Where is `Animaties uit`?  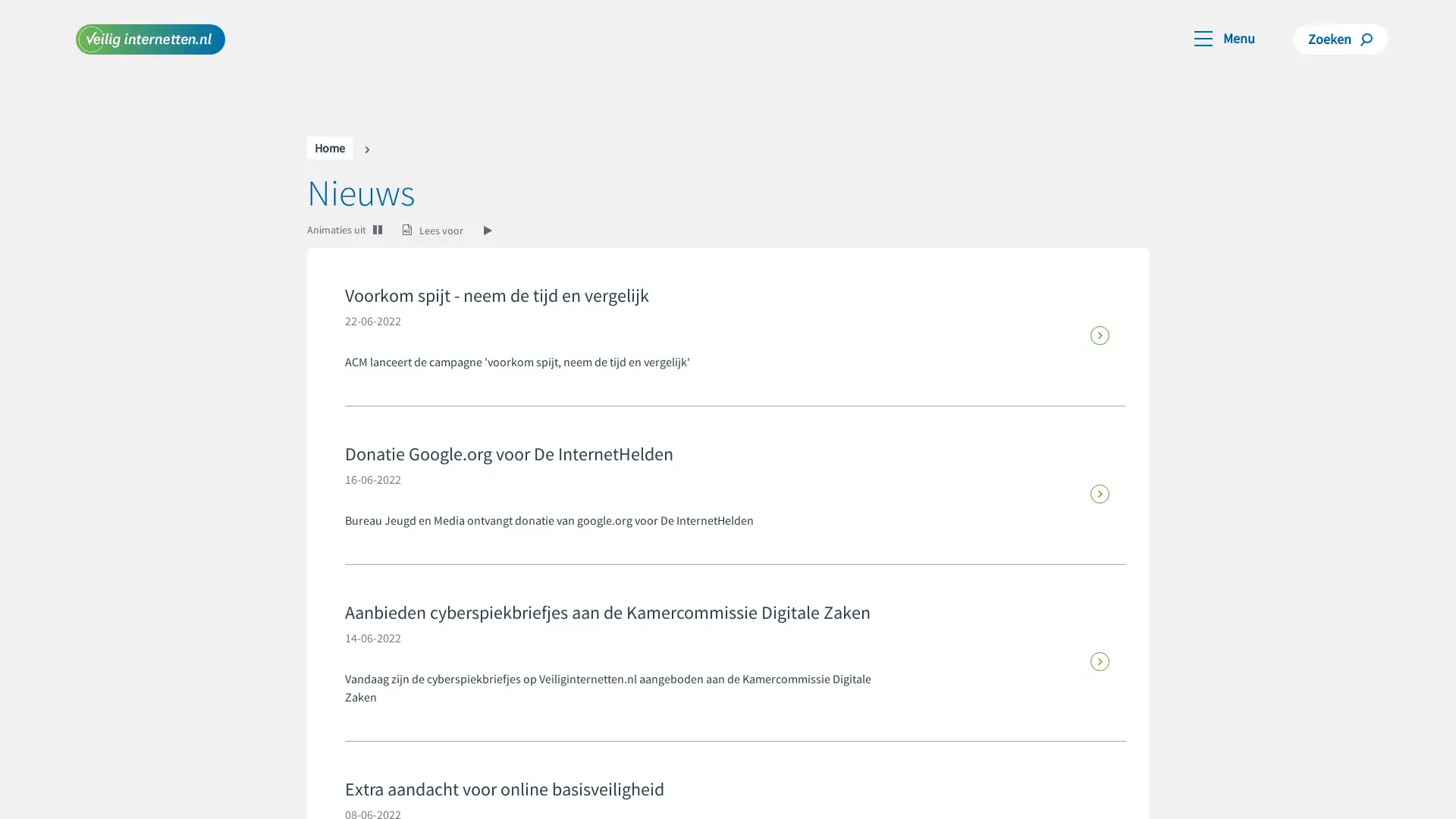 Animaties uit is located at coordinates (336, 229).